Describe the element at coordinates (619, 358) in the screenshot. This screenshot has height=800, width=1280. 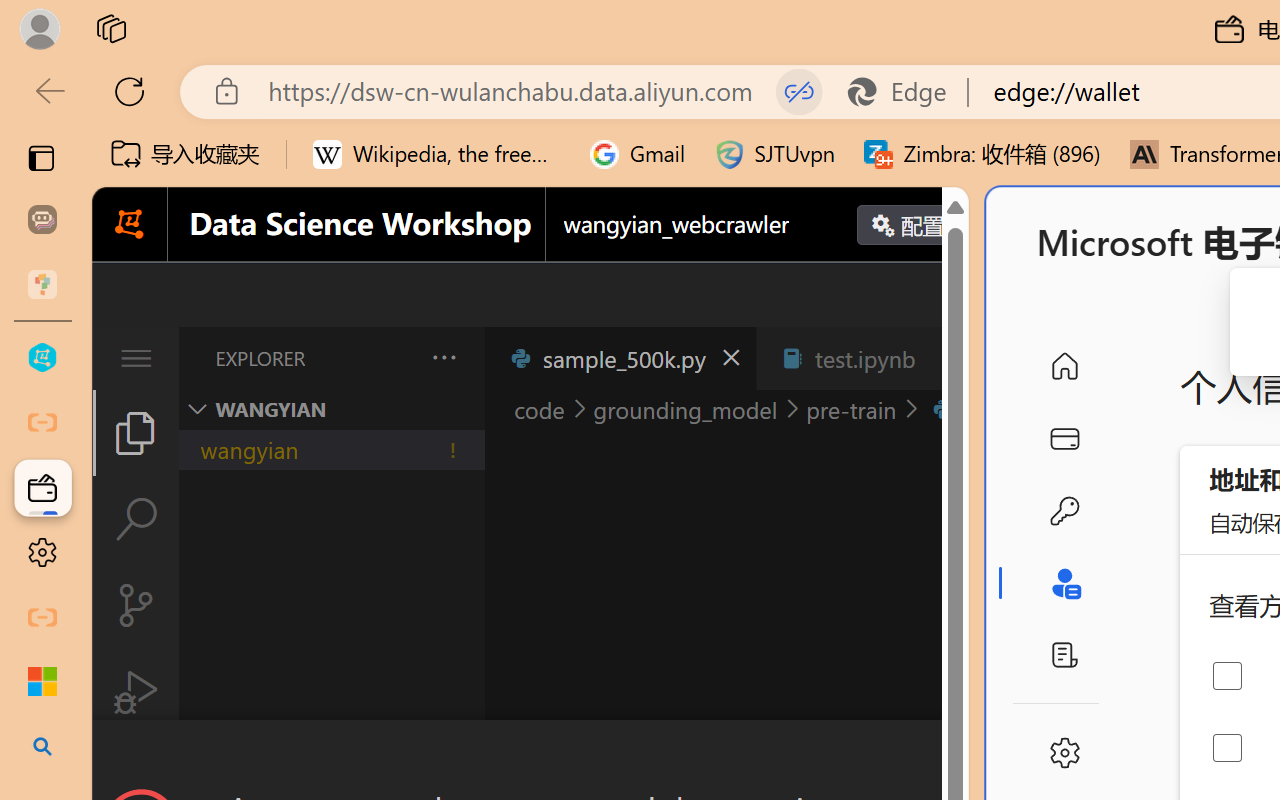
I see `'sample_500k.py'` at that location.